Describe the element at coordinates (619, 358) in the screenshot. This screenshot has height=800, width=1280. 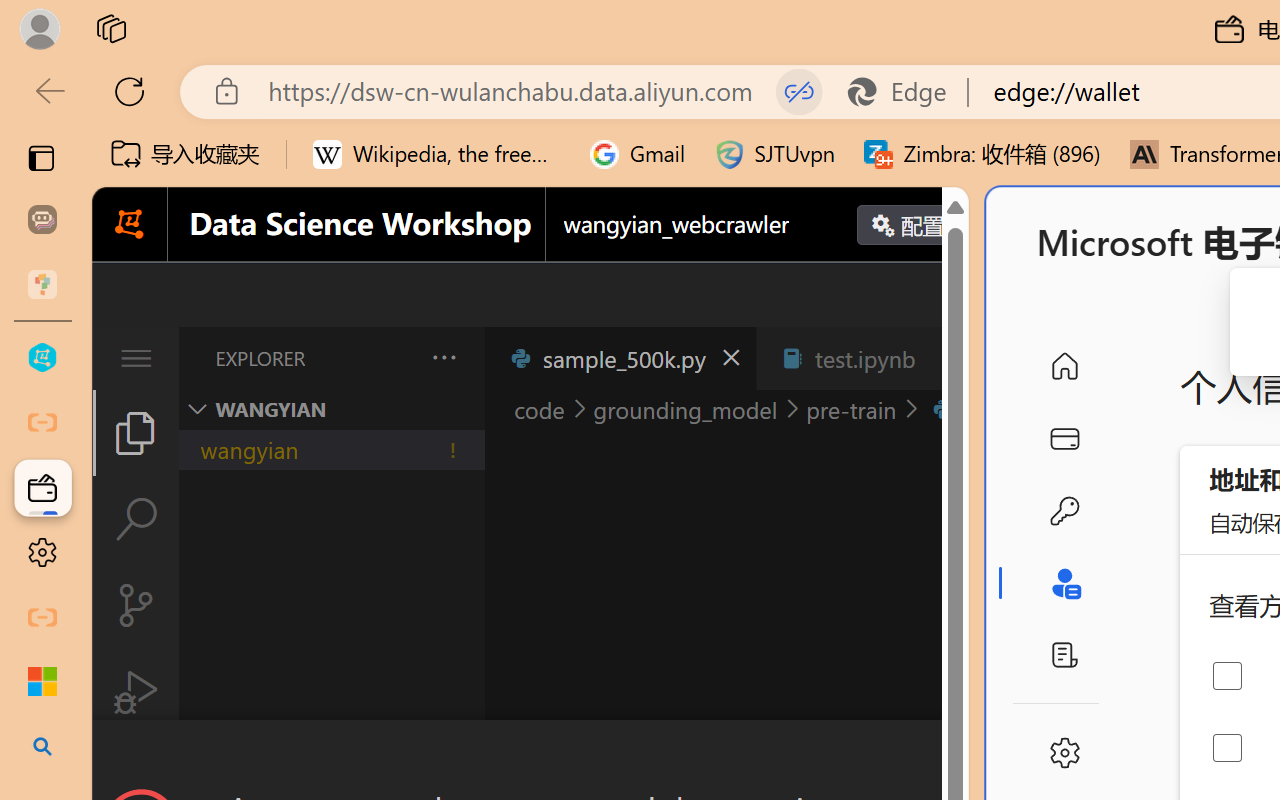
I see `'sample_500k.py'` at that location.